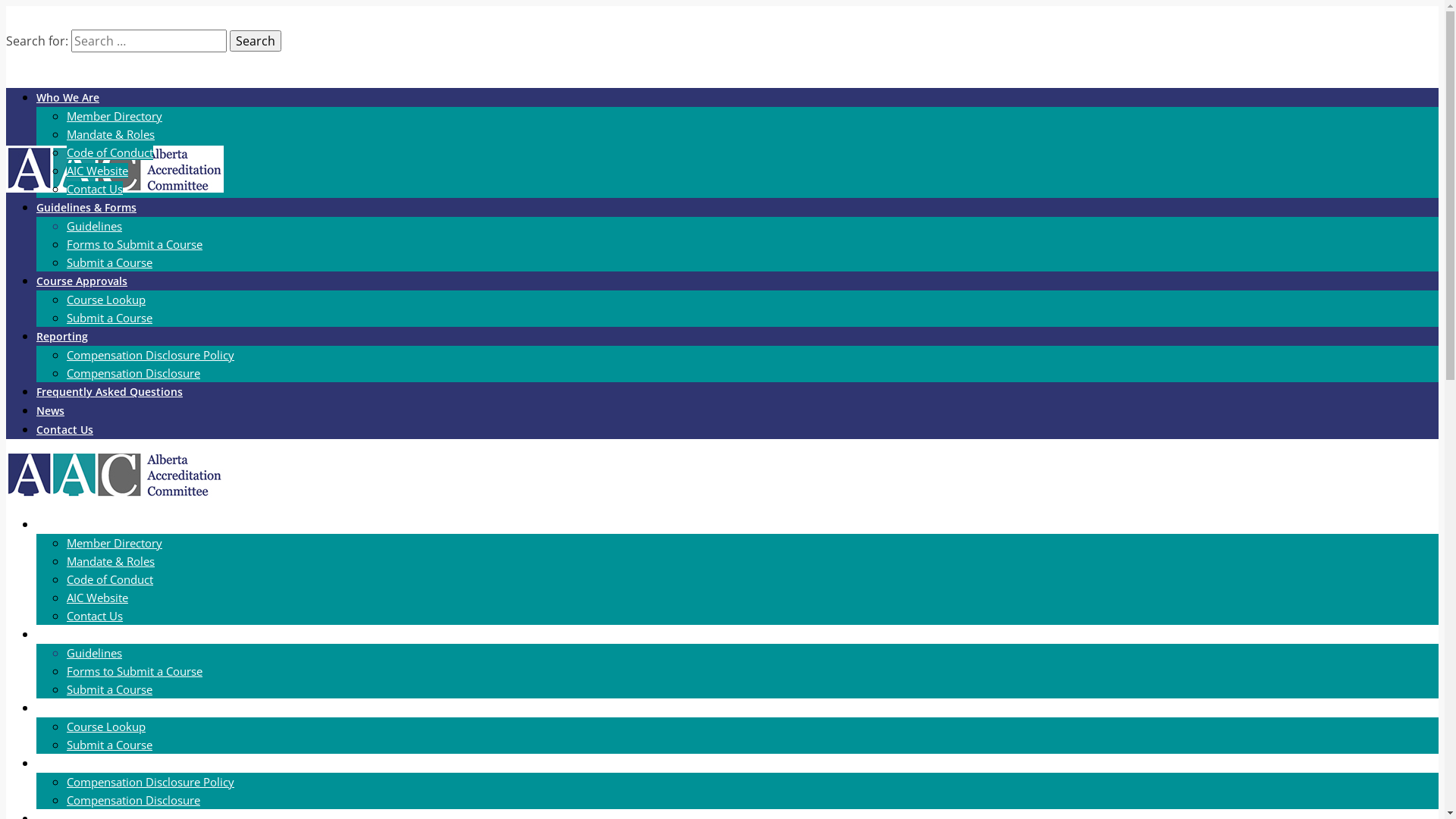  I want to click on 'Mandate & Roles', so click(109, 561).